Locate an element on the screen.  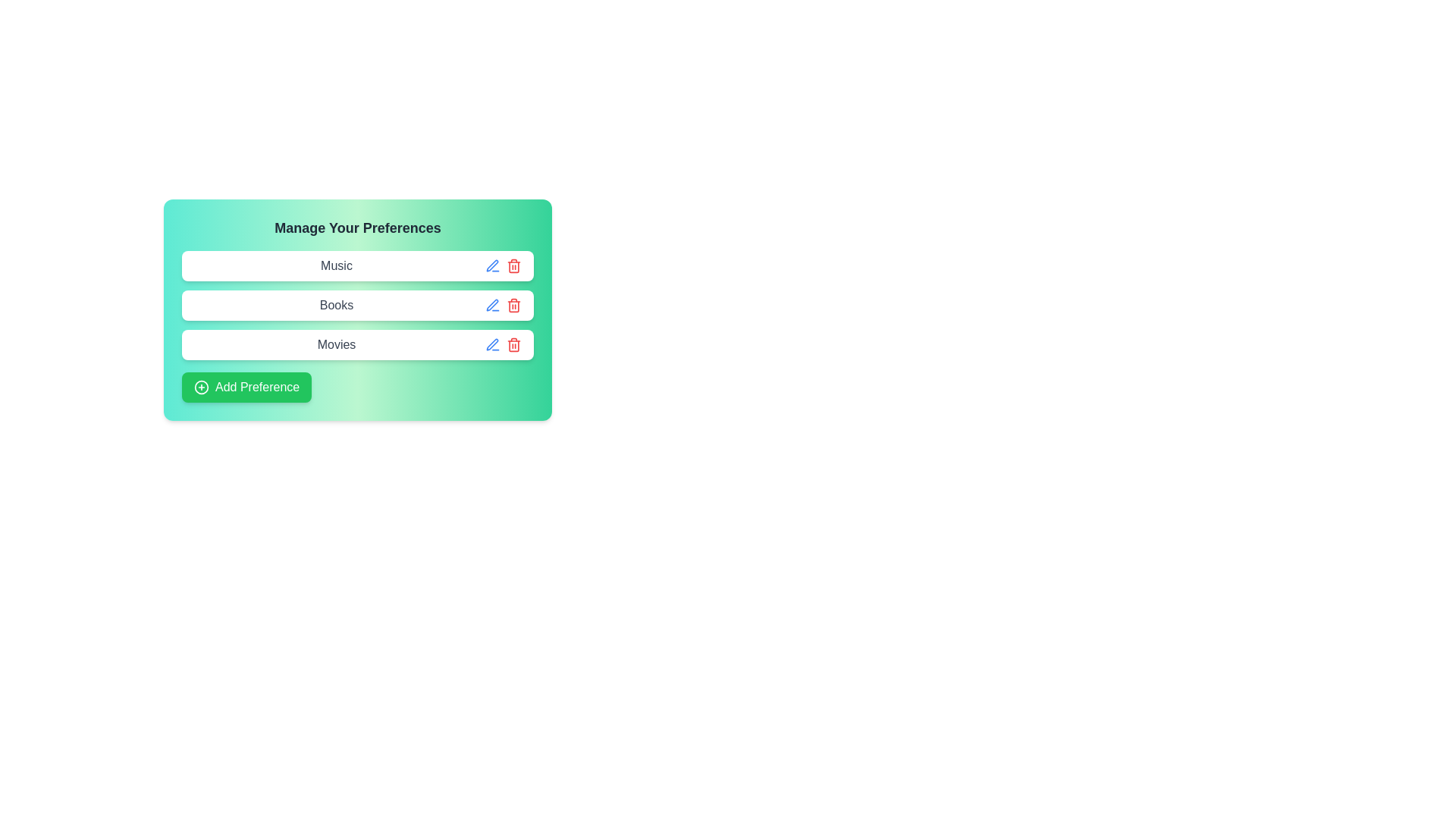
the edit button for the preference tag Movies to enable editing is located at coordinates (492, 345).